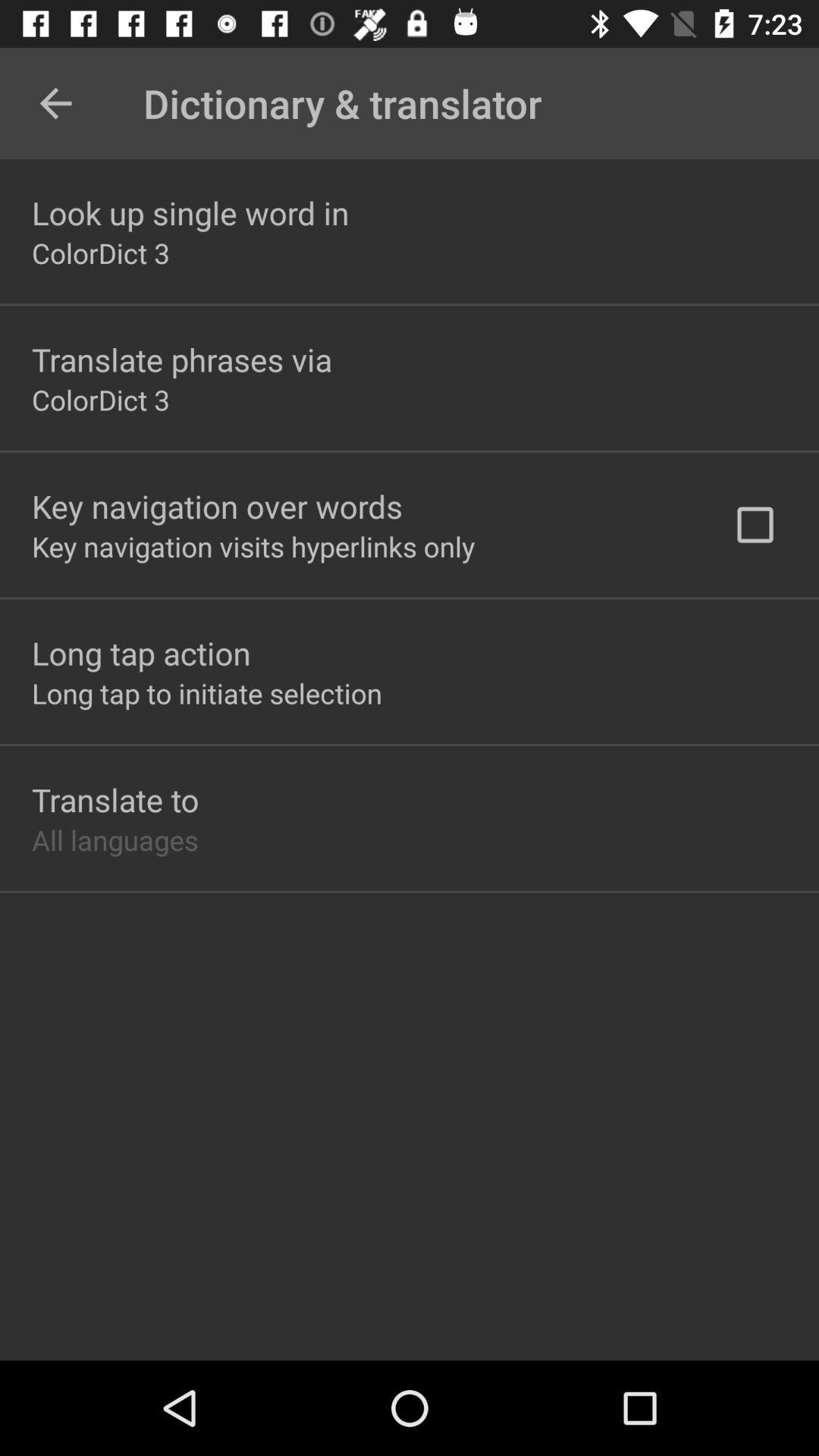 This screenshot has width=819, height=1456. What do you see at coordinates (755, 525) in the screenshot?
I see `the item to the right of key navigation visits item` at bounding box center [755, 525].